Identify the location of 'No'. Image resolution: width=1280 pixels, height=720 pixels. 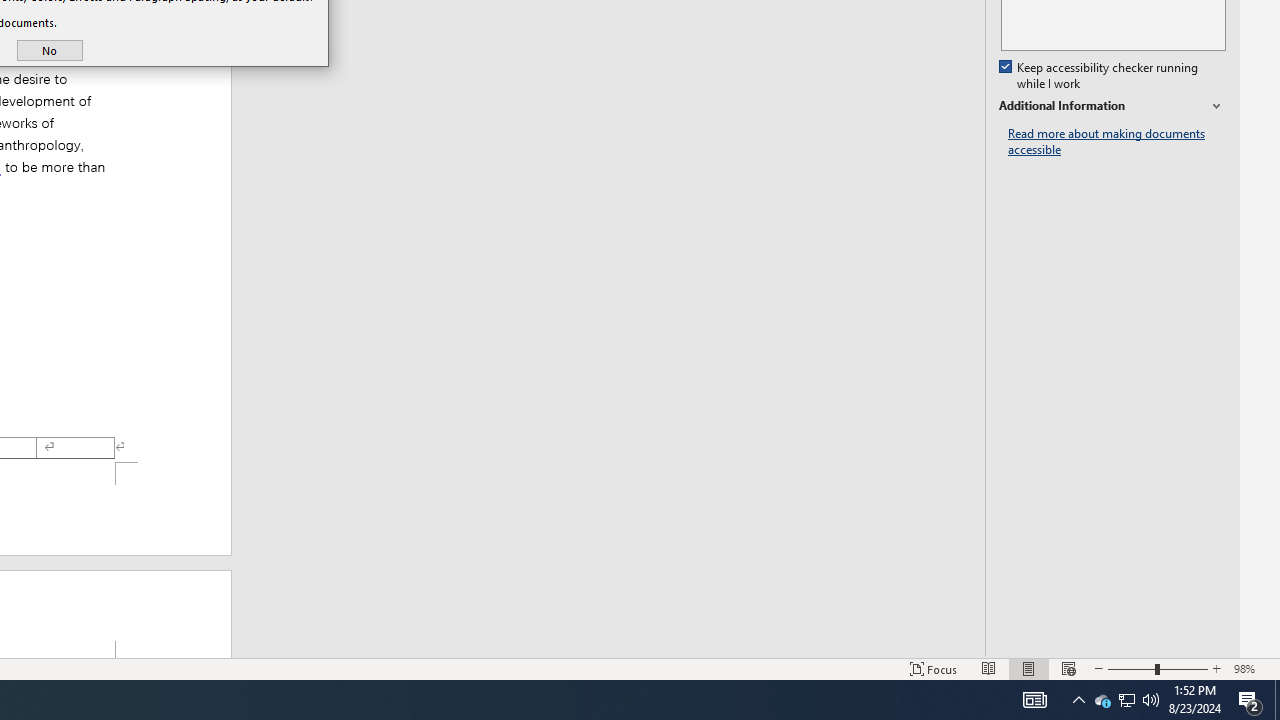
(49, 49).